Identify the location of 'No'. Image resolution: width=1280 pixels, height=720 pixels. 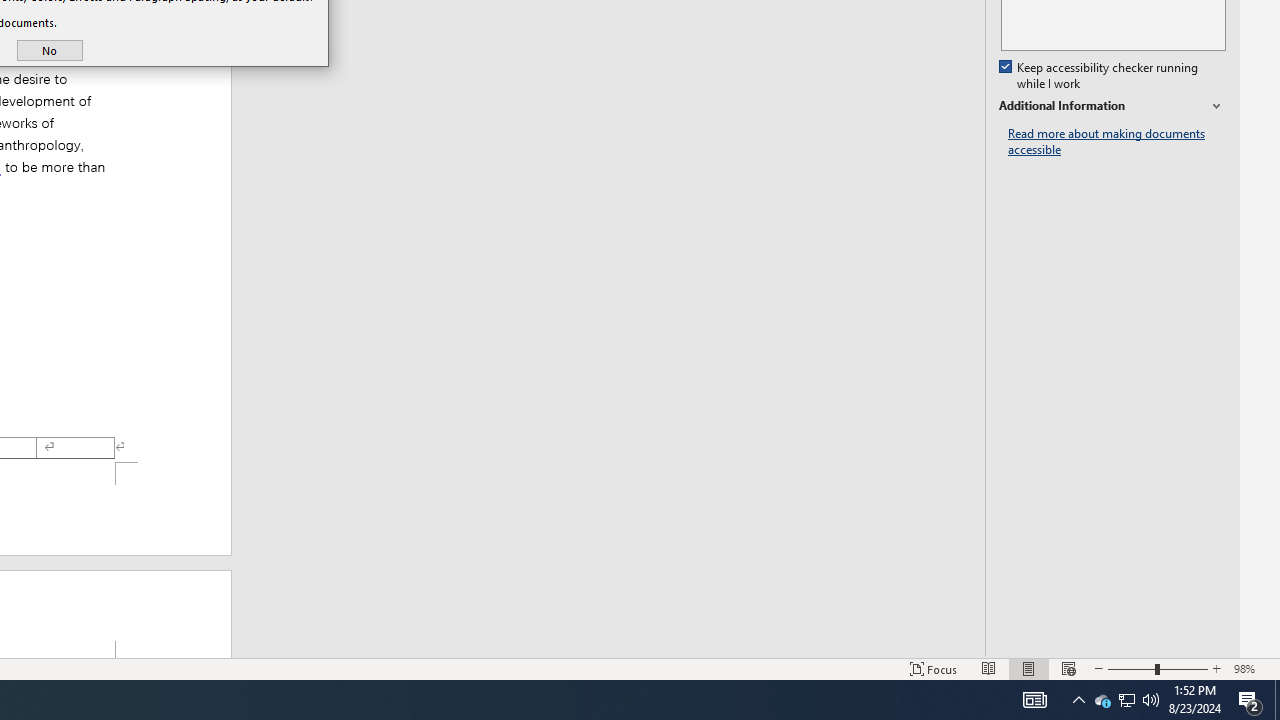
(49, 49).